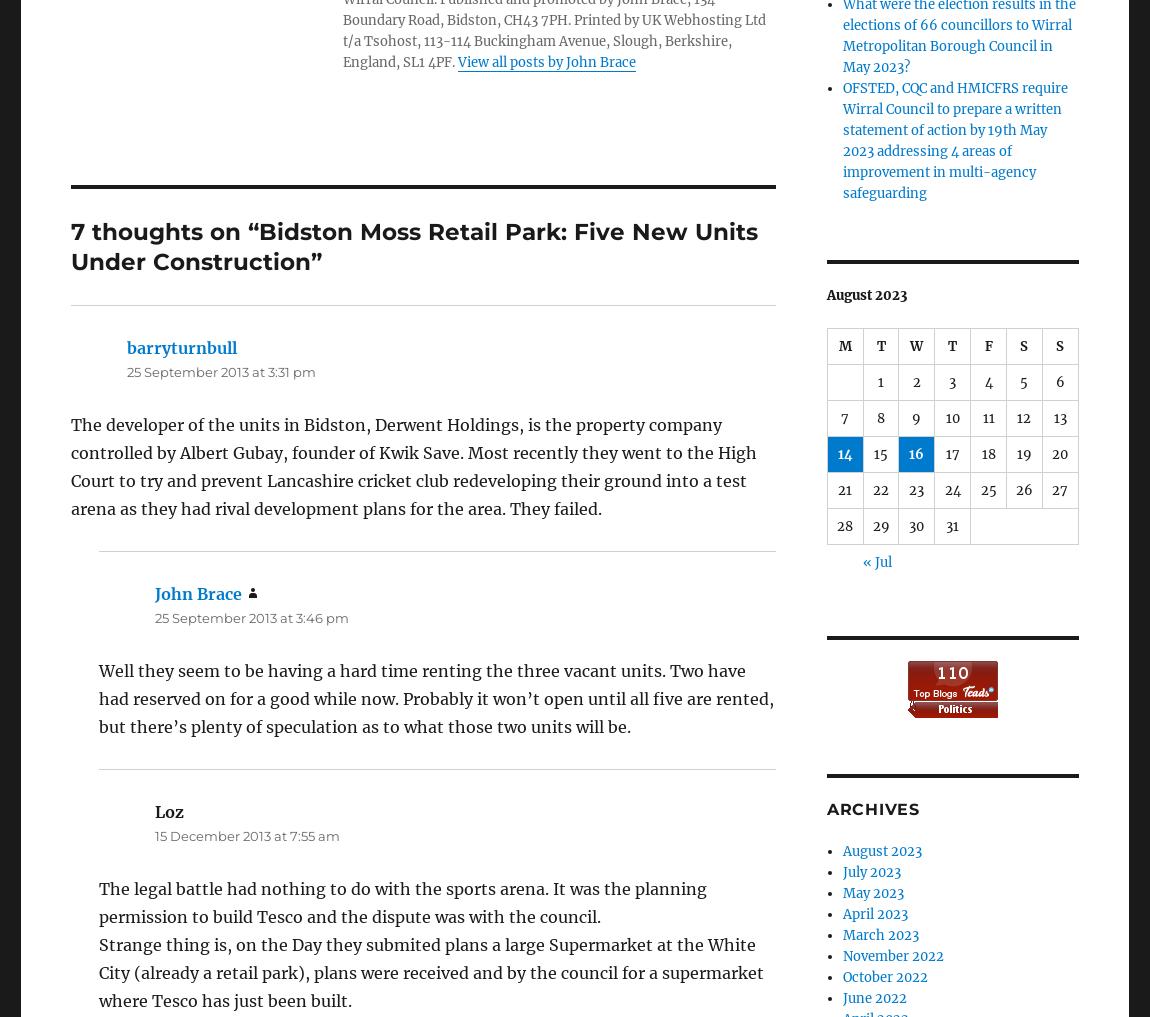 This screenshot has width=1150, height=1017. I want to click on '11', so click(981, 418).